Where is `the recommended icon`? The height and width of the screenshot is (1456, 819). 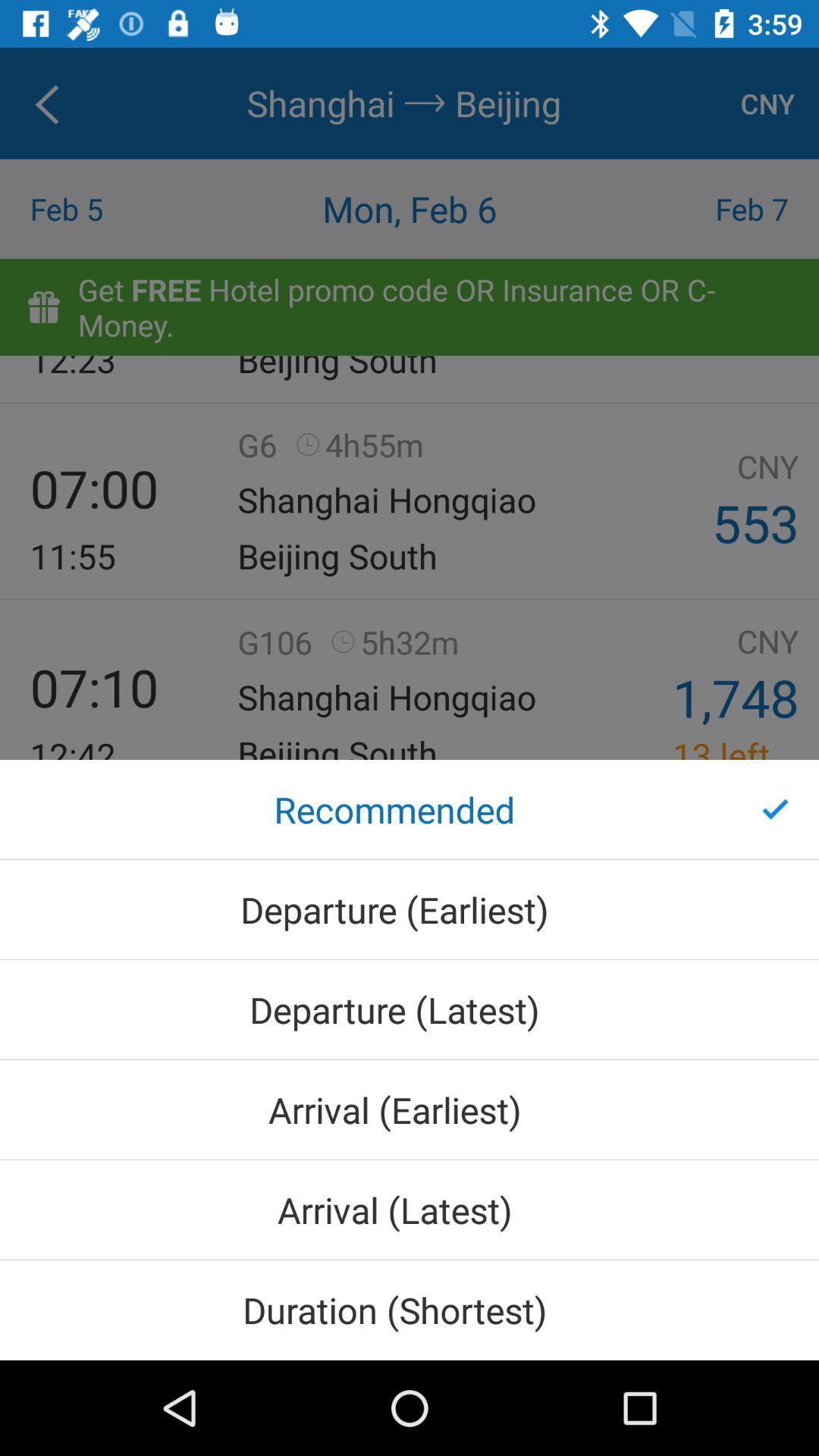
the recommended icon is located at coordinates (409, 808).